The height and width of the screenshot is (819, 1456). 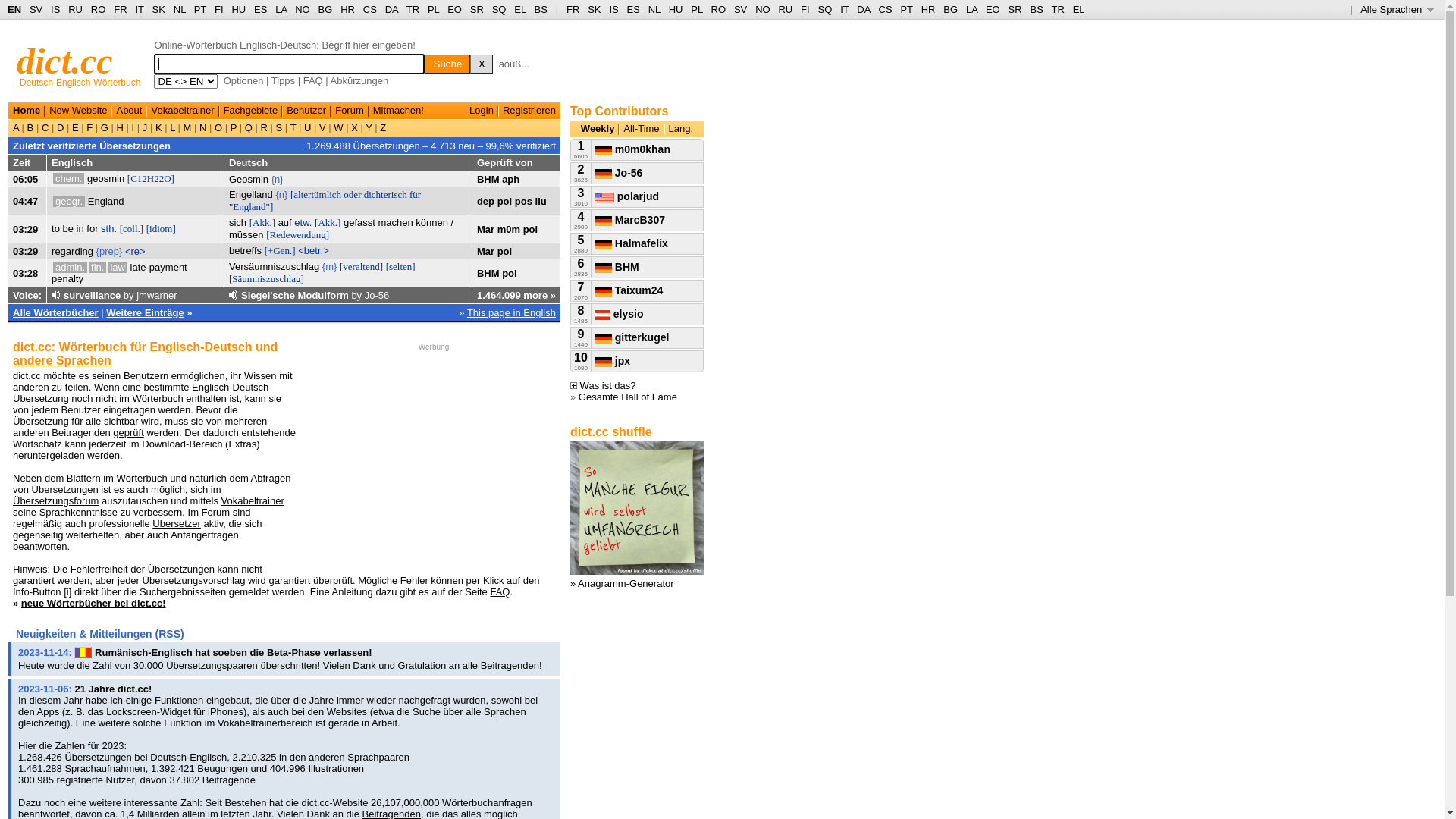 I want to click on 'liu', so click(x=541, y=200).